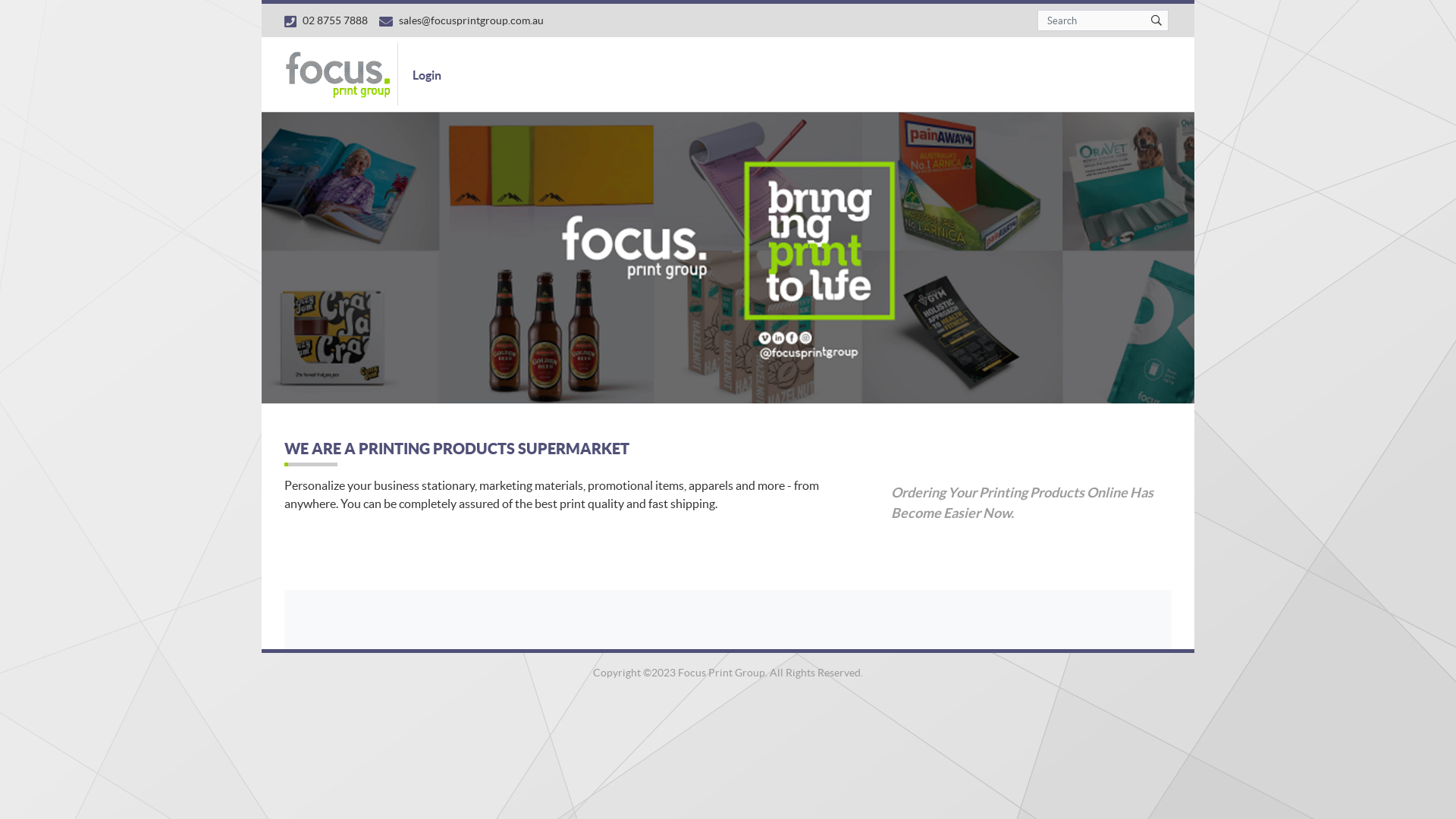 The image size is (1456, 819). I want to click on '02 8755 7888', so click(325, 20).